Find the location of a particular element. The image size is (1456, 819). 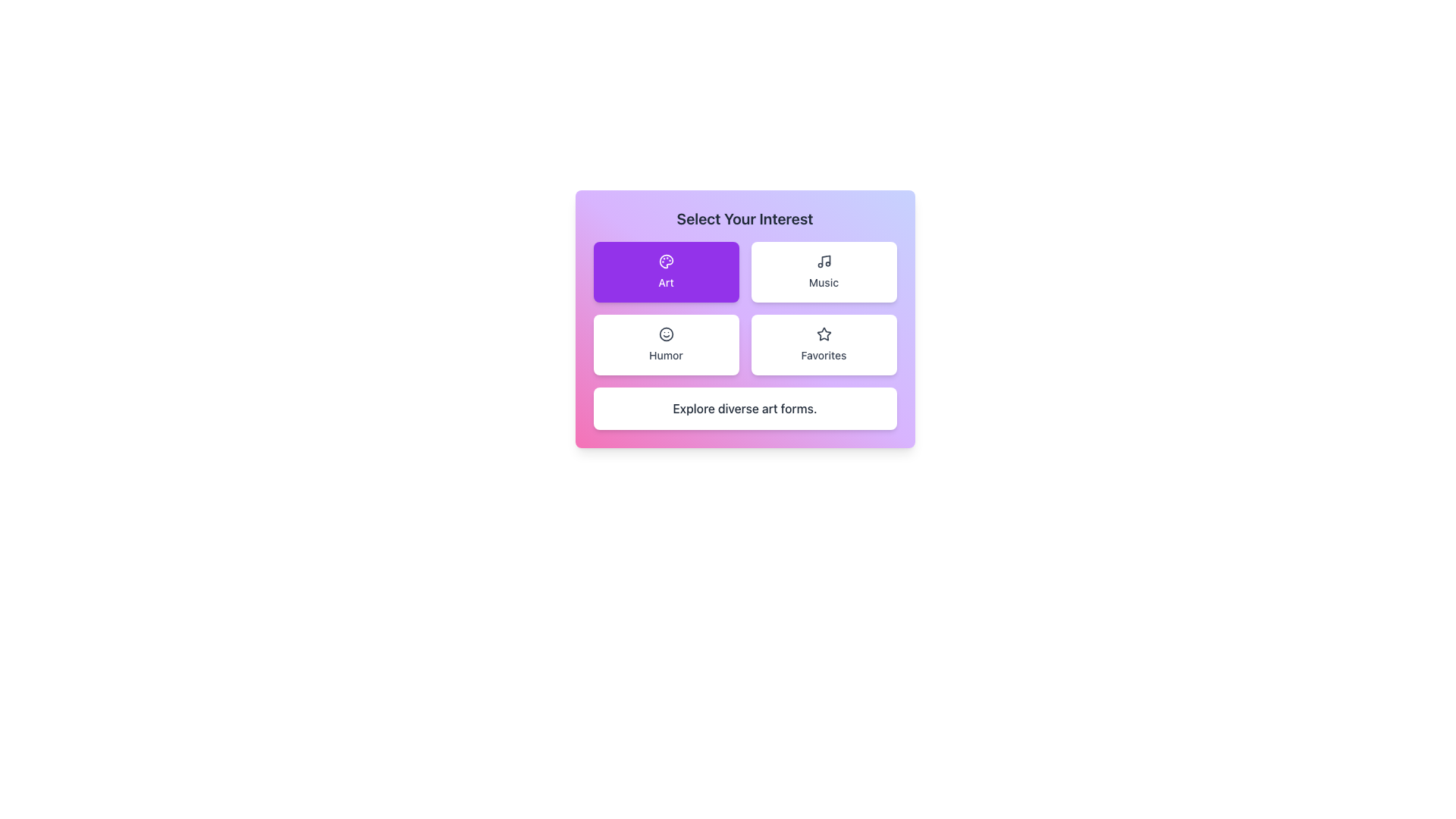

the text label indicating the category 'Music' located at the lower portion of the interactive card in the top-right quadrant of the grid layout is located at coordinates (823, 283).